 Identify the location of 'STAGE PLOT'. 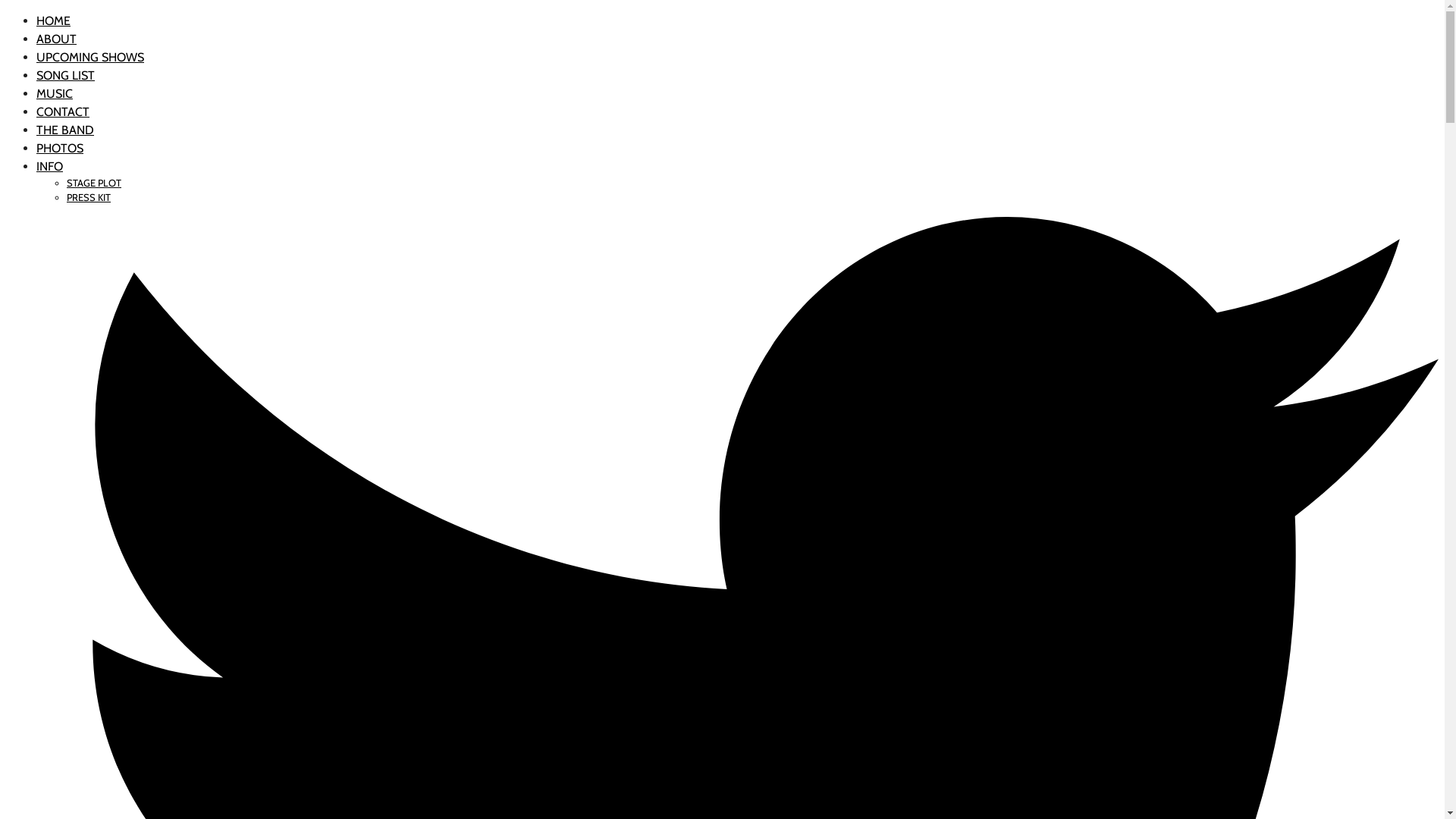
(93, 182).